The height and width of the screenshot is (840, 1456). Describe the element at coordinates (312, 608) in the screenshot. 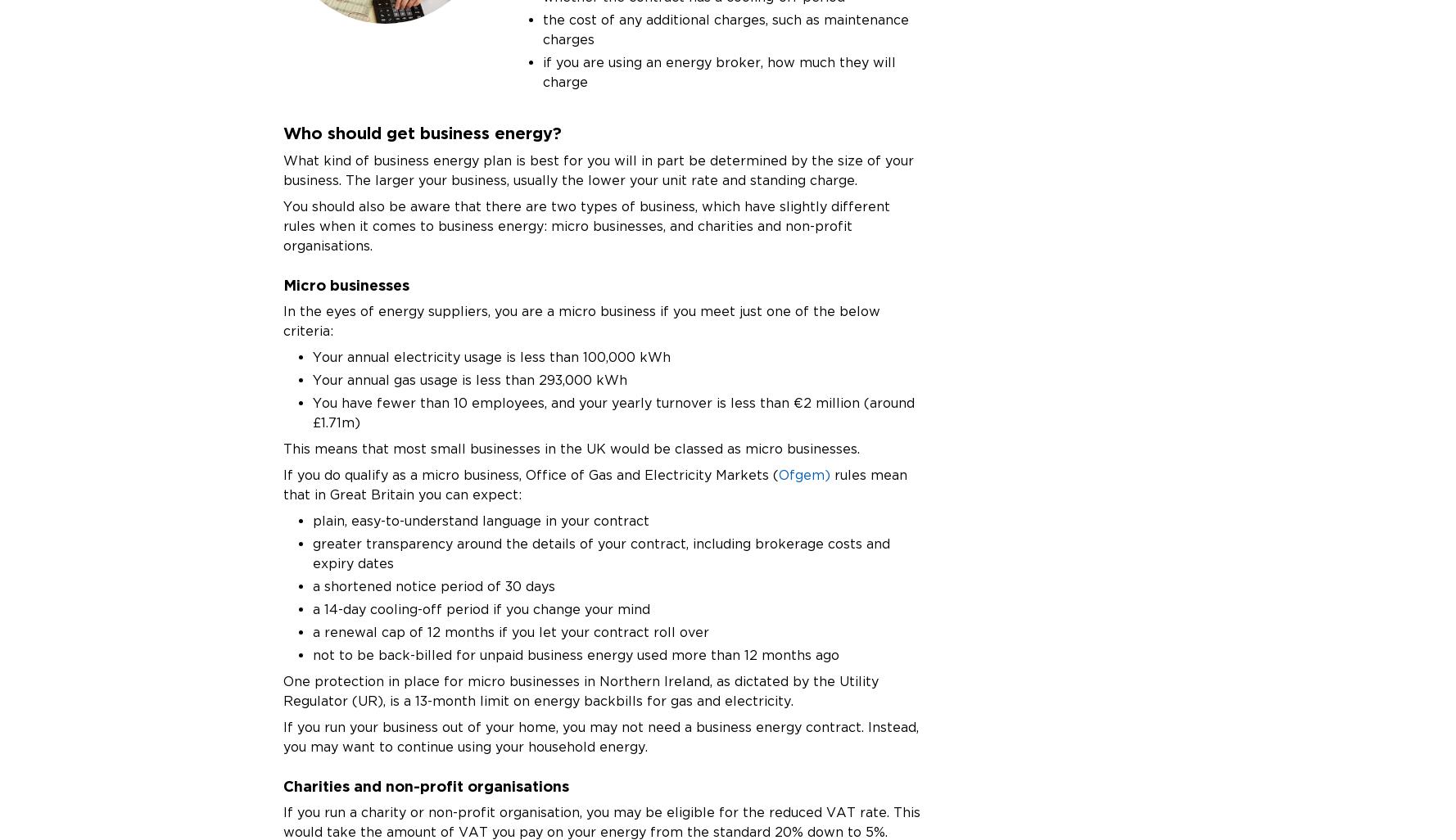

I see `'a 14-day cooling-off period if you change your mind'` at that location.